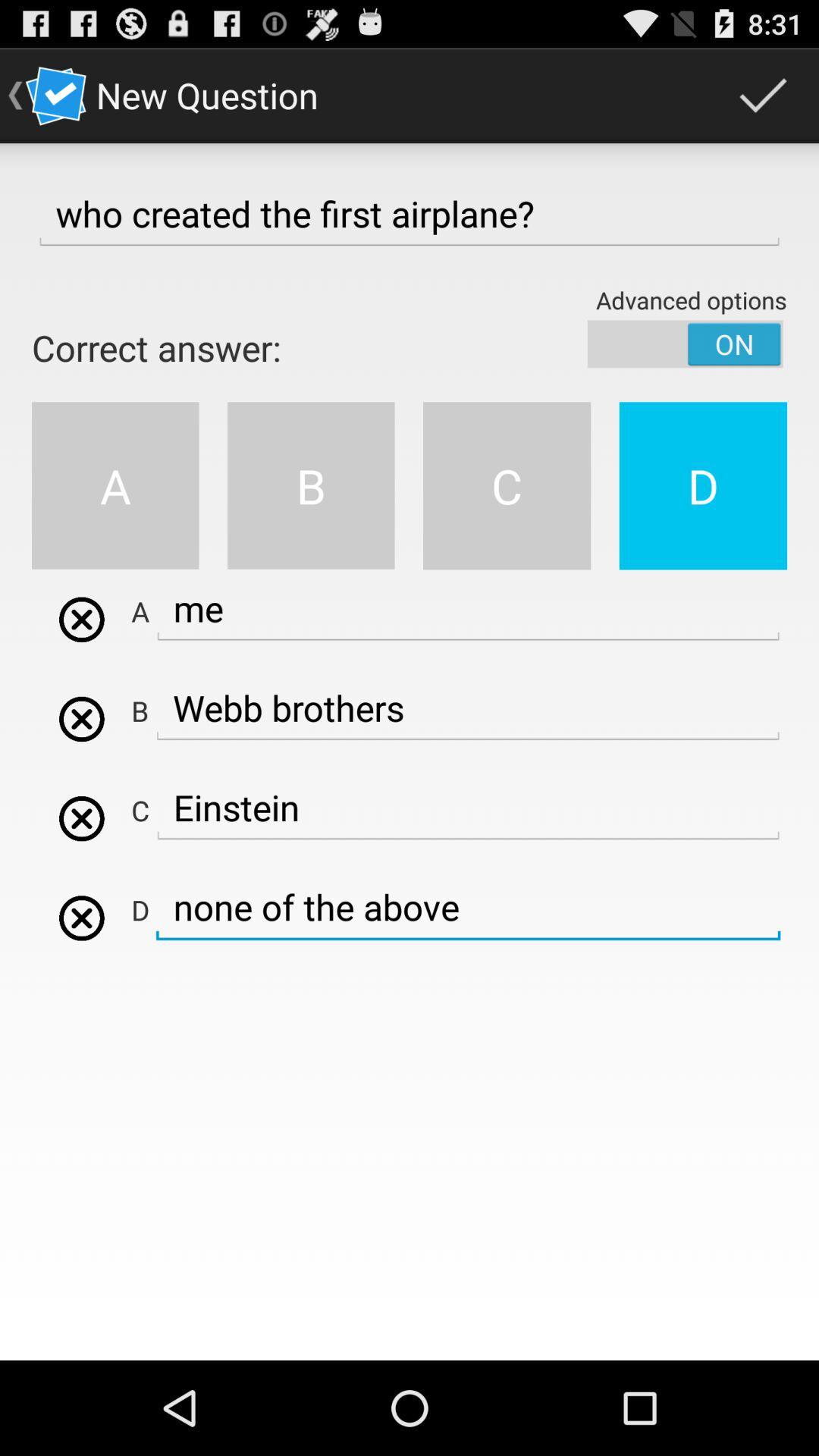 This screenshot has height=1456, width=819. Describe the element at coordinates (81, 917) in the screenshot. I see `d` at that location.